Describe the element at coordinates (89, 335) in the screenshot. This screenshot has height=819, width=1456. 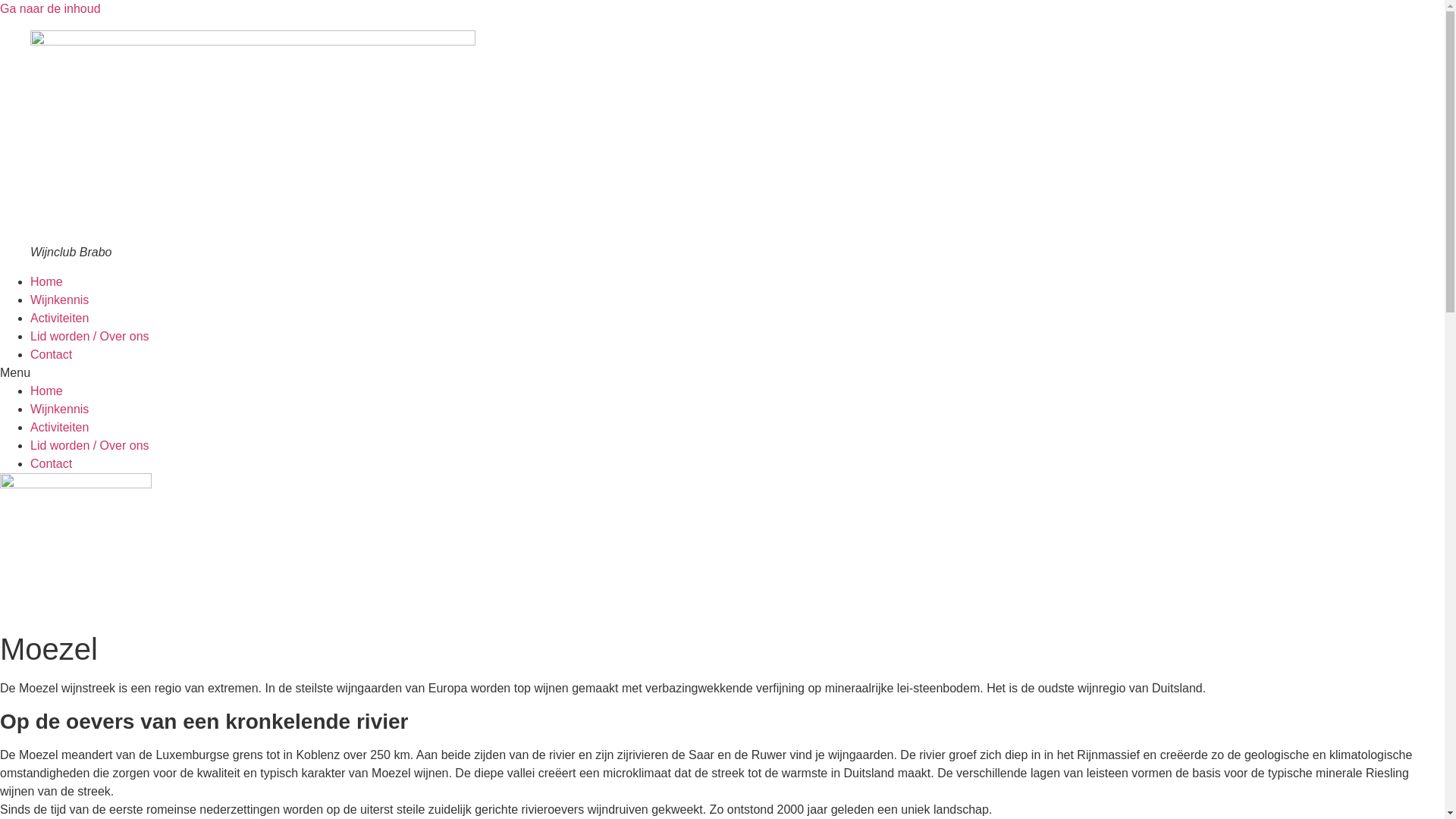
I see `'Lid worden / Over ons'` at that location.